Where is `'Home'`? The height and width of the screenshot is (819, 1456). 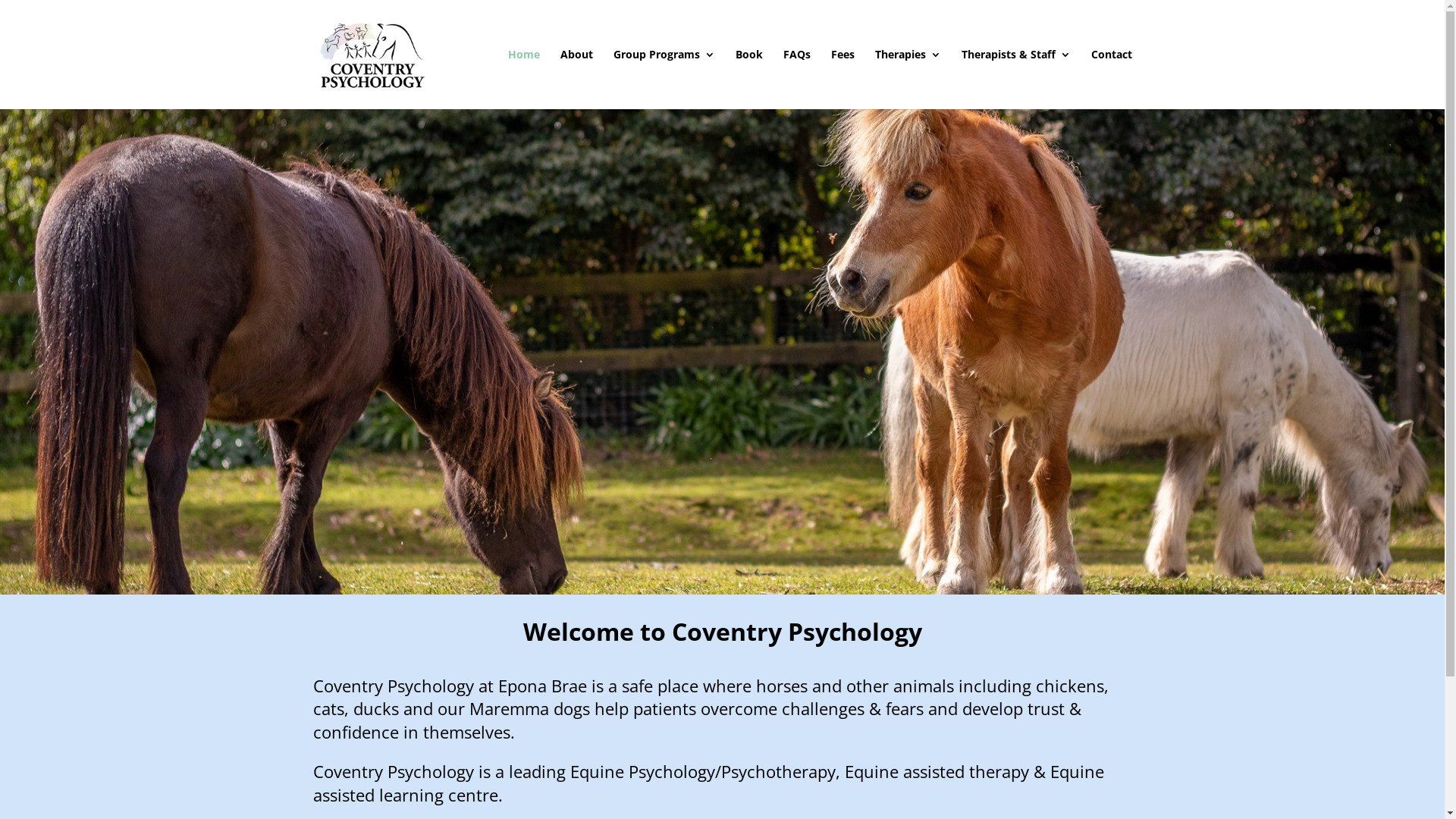
'Home' is located at coordinates (524, 79).